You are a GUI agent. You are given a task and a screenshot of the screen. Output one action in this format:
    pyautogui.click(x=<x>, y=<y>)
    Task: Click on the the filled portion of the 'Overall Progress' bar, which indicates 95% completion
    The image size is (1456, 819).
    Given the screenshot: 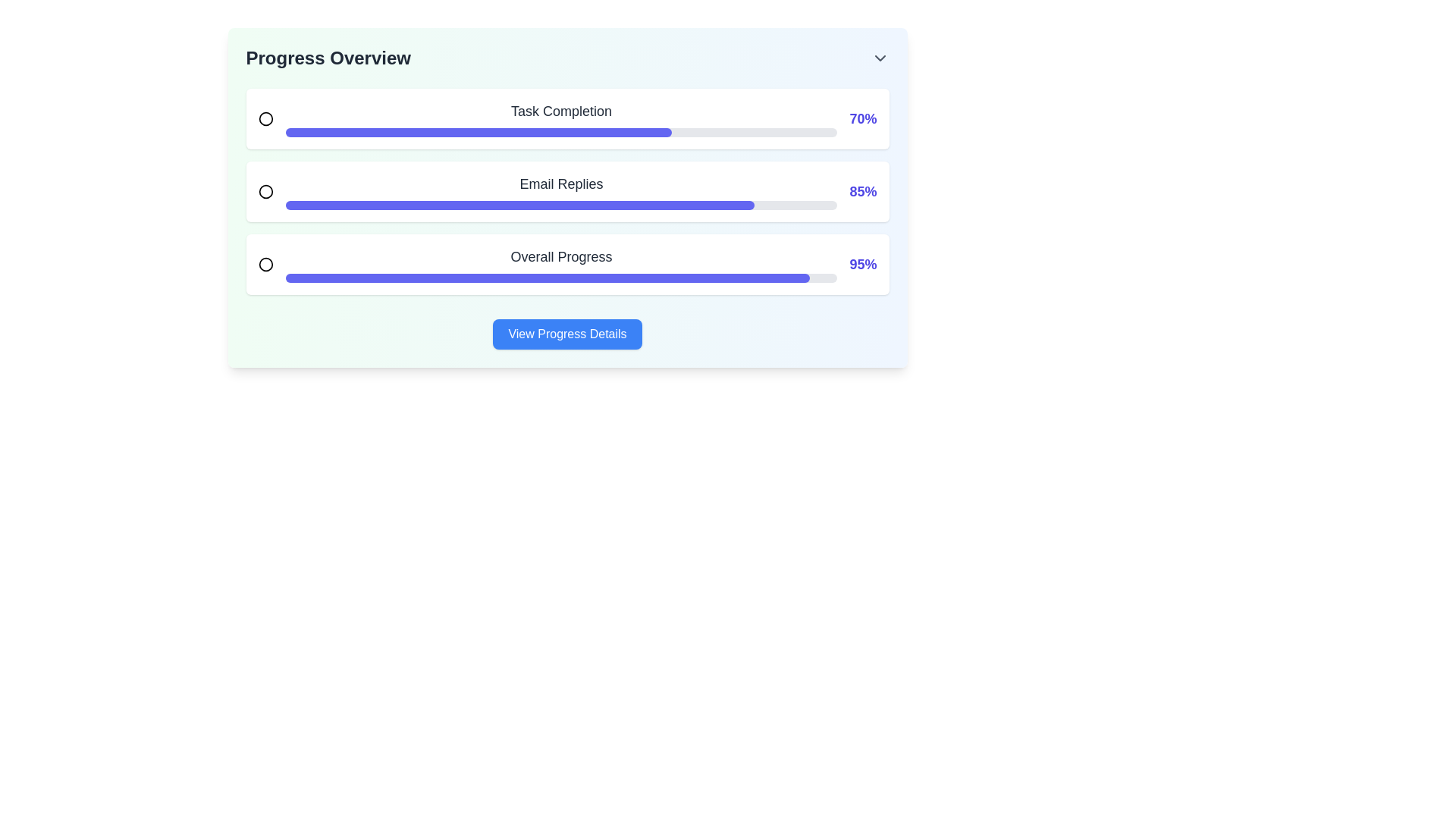 What is the action you would take?
    pyautogui.click(x=547, y=278)
    